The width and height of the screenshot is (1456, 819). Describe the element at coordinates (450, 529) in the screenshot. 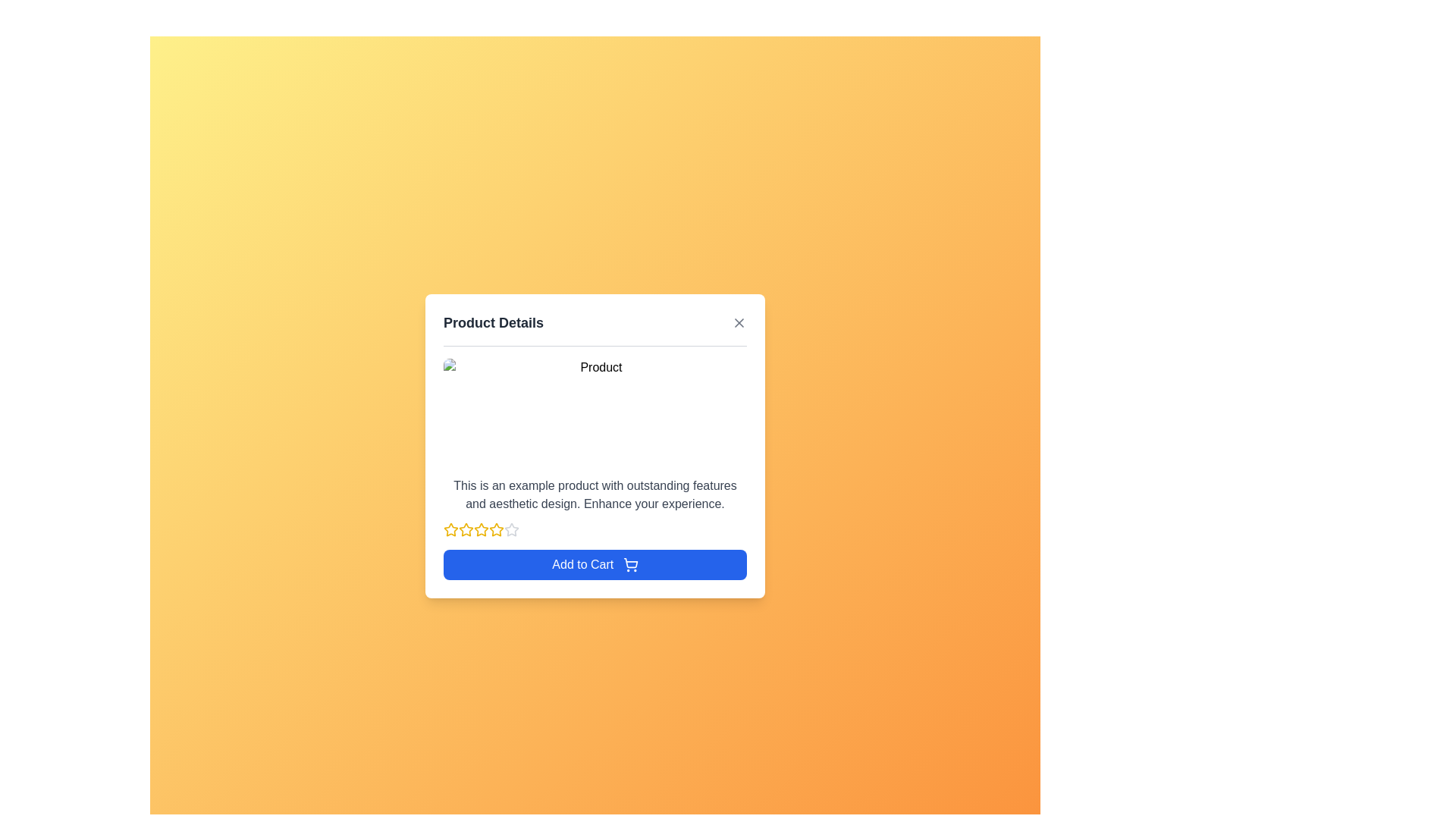

I see `the first rating star in the sequence of five stars` at that location.